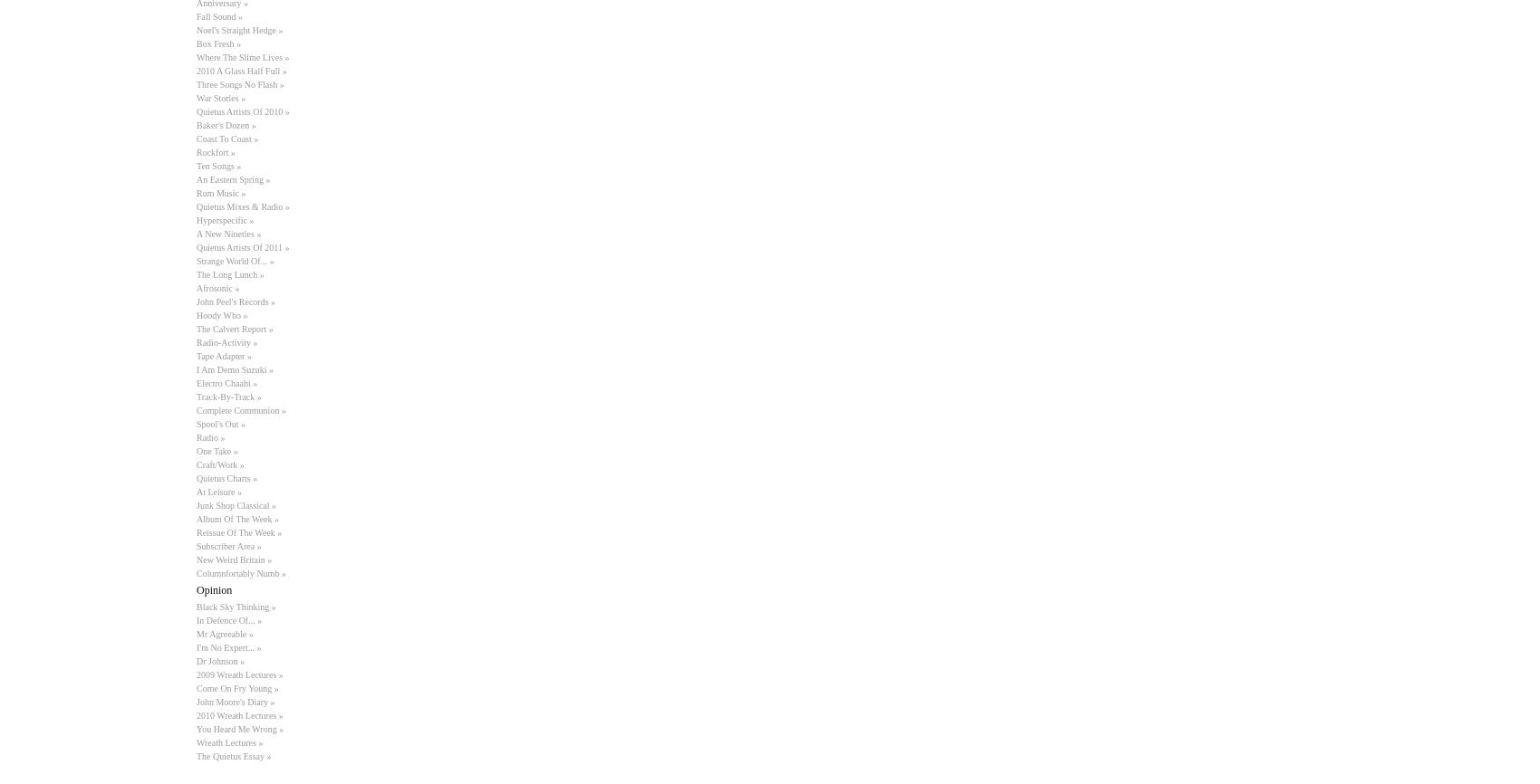 The width and height of the screenshot is (1540, 784). I want to click on 'Where The Slime Lives »', so click(242, 57).